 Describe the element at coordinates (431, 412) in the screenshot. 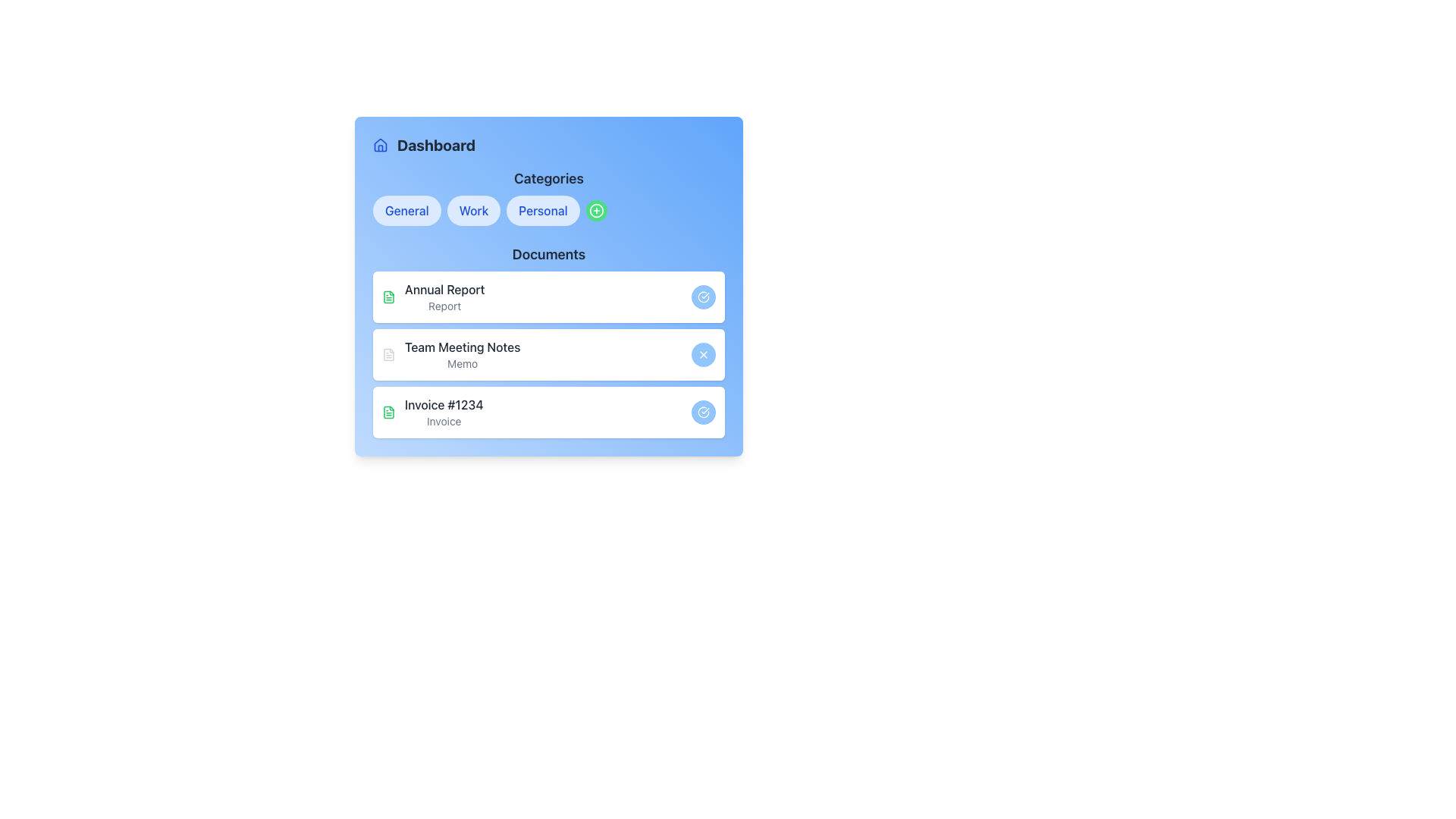

I see `the list item displaying 'Invoice #1234' which is the third entry in the 'Documents' section, featuring a green document icon to the left` at that location.